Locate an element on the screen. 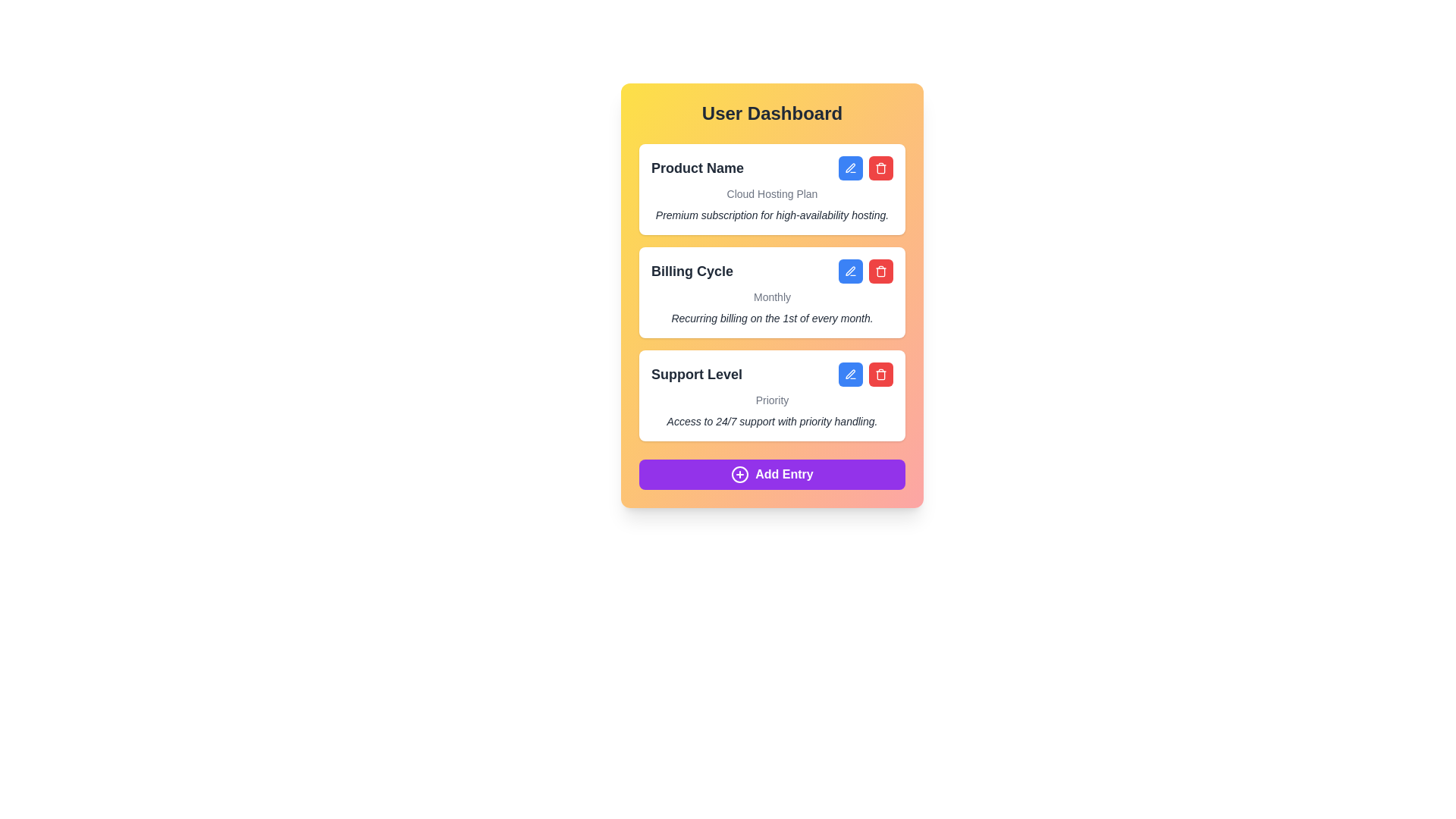  the Icon button located at the top-right corner of the card next to the 'Billing Cycle' label to initiate editing the associated data is located at coordinates (850, 270).